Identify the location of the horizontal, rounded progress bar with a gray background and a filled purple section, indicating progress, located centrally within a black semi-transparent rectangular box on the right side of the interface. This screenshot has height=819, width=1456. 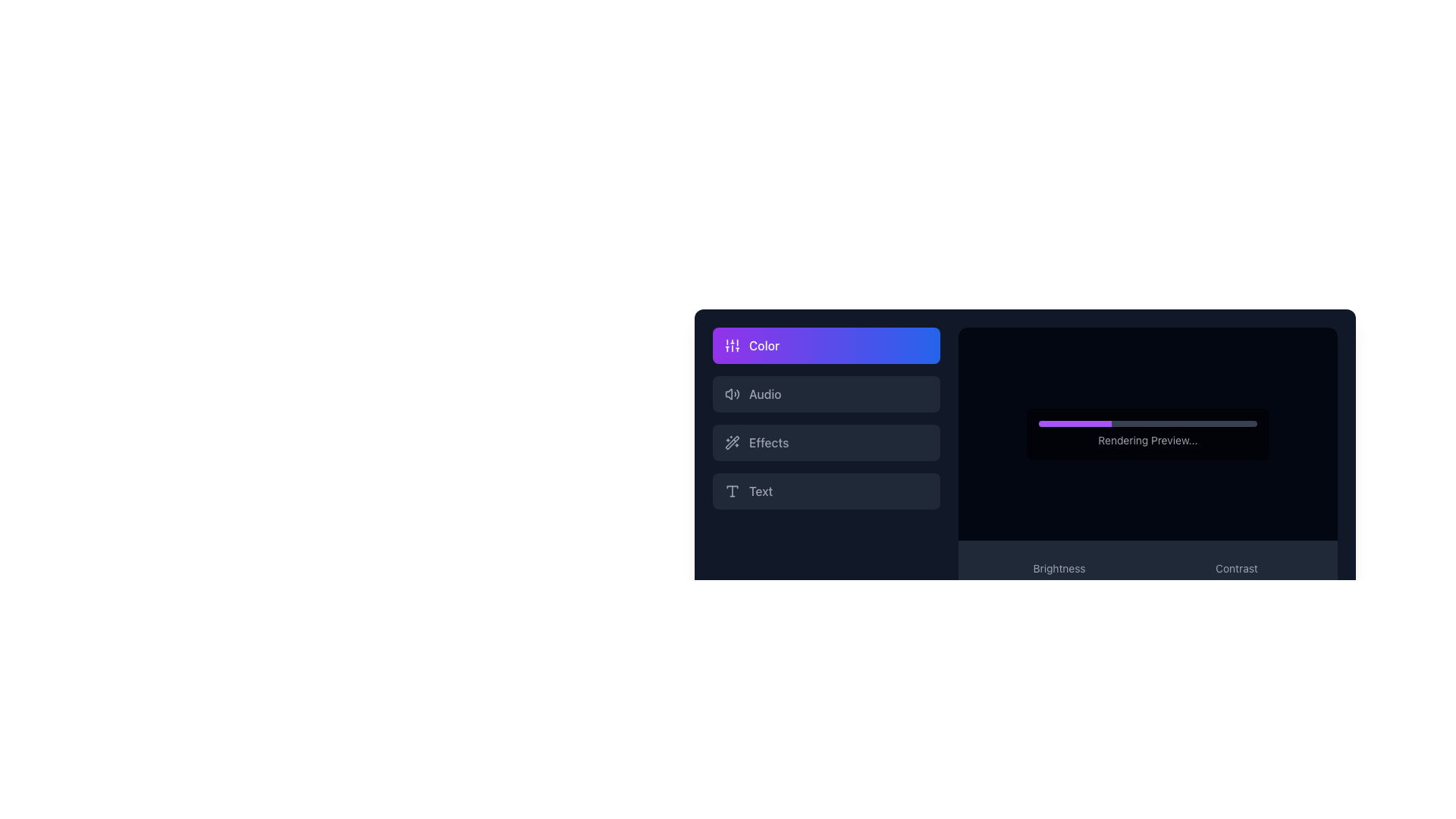
(1147, 423).